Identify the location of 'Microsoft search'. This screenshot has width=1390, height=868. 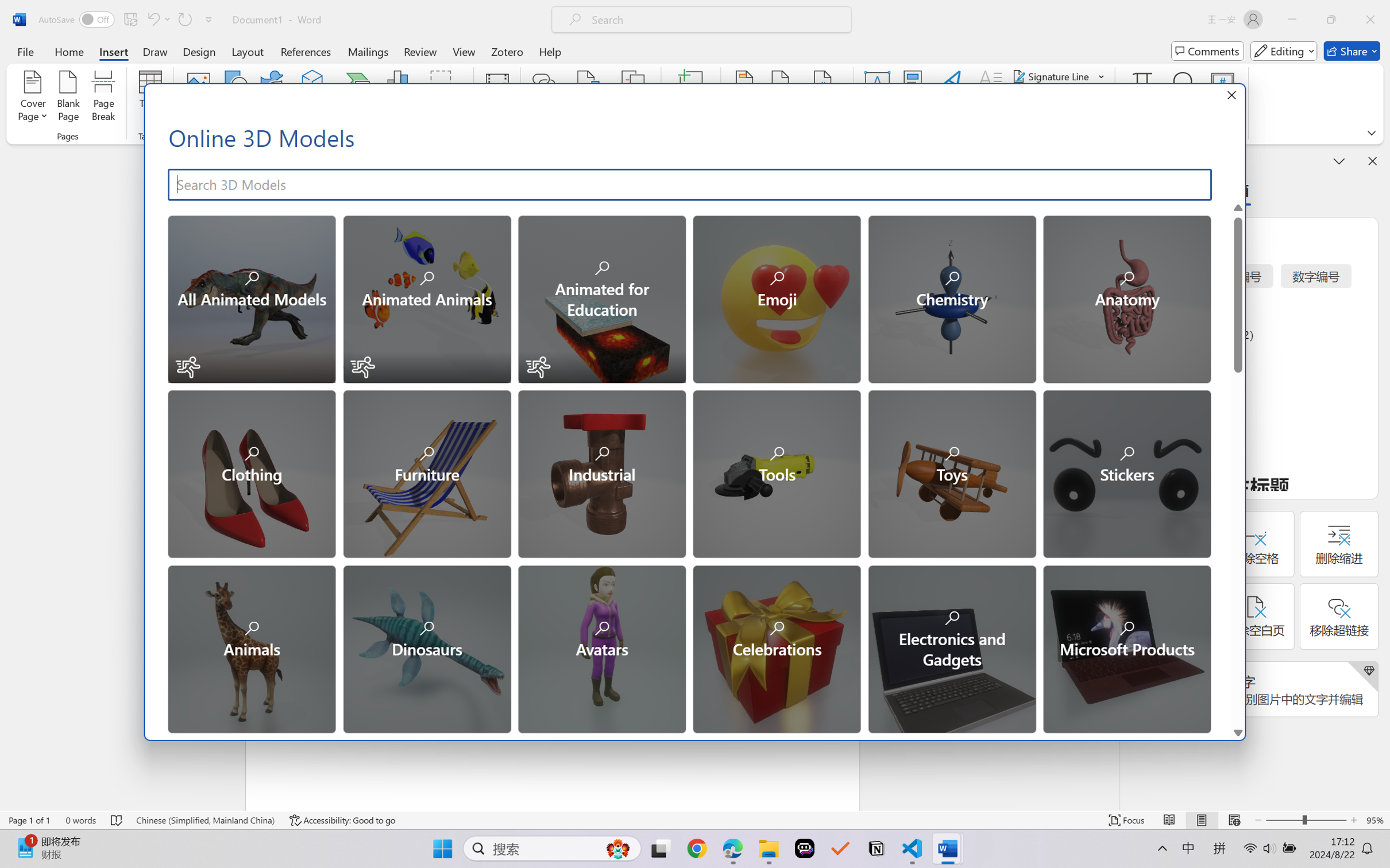
(716, 19).